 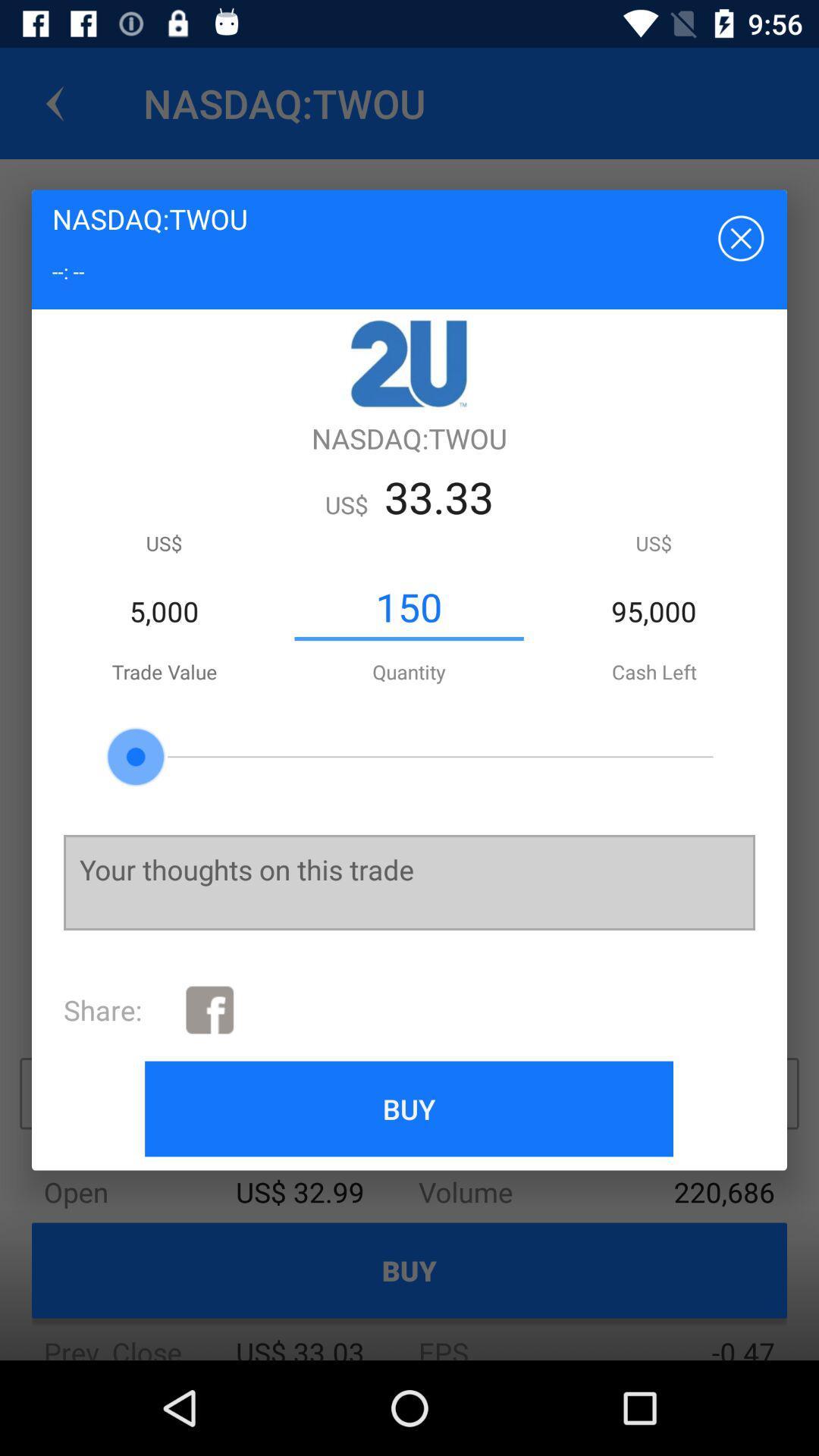 What do you see at coordinates (408, 607) in the screenshot?
I see `150 item` at bounding box center [408, 607].